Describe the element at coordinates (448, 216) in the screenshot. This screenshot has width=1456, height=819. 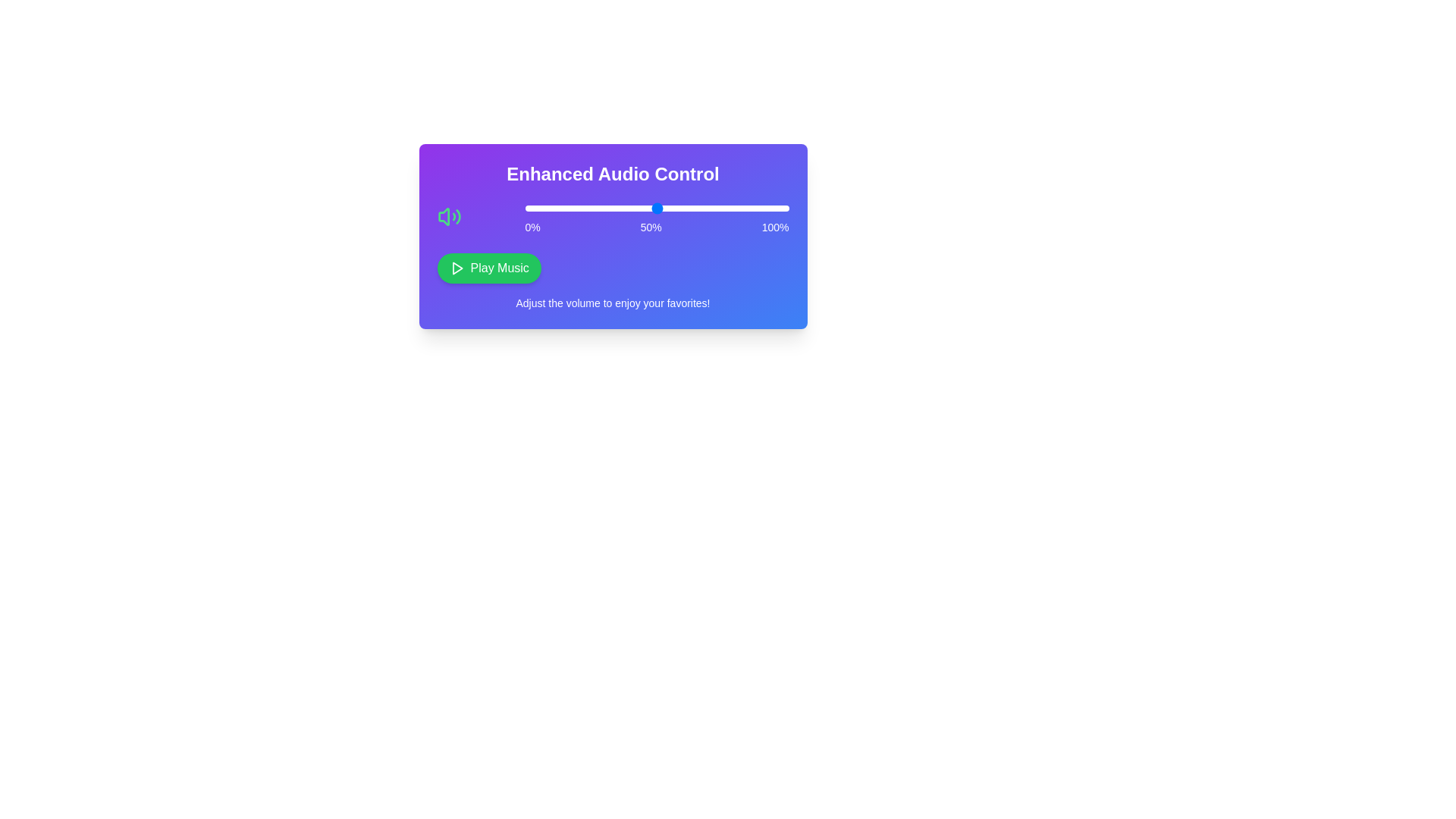
I see `the volume icon to visually assess the current volume state` at that location.